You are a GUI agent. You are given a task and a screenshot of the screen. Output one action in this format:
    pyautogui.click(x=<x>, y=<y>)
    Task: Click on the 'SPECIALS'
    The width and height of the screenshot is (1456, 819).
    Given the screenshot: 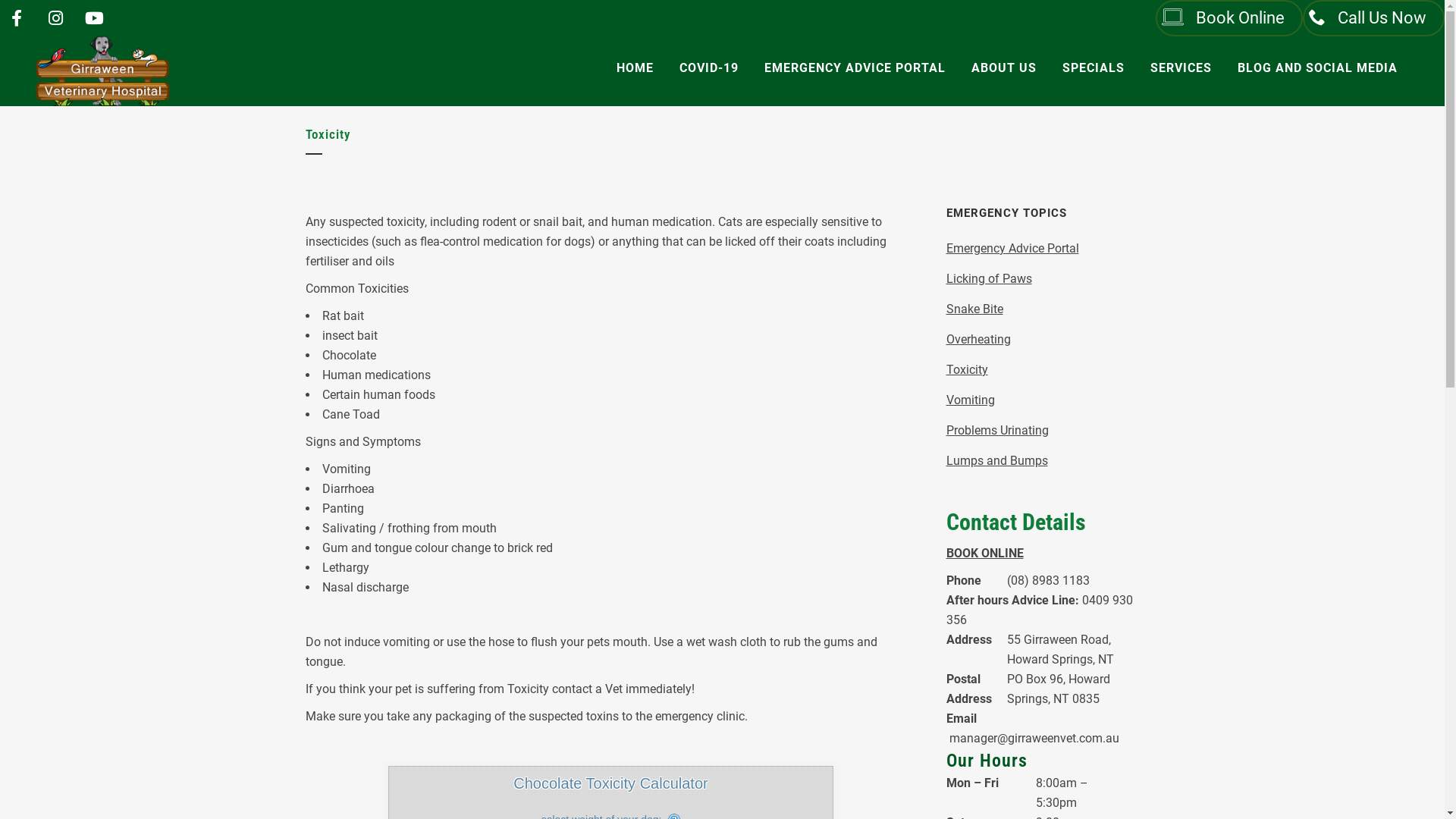 What is the action you would take?
    pyautogui.click(x=1093, y=67)
    